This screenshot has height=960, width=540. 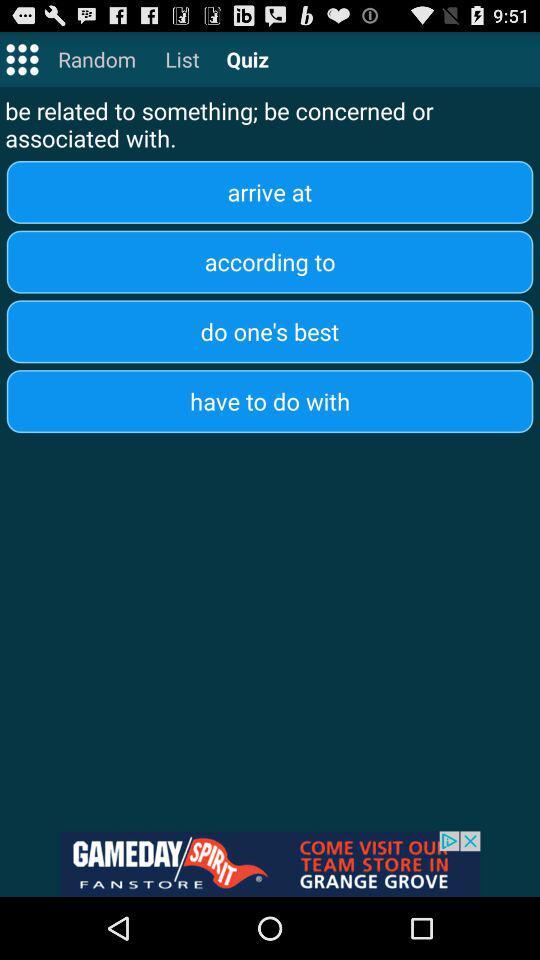 I want to click on the dialpad icon, so click(x=21, y=63).